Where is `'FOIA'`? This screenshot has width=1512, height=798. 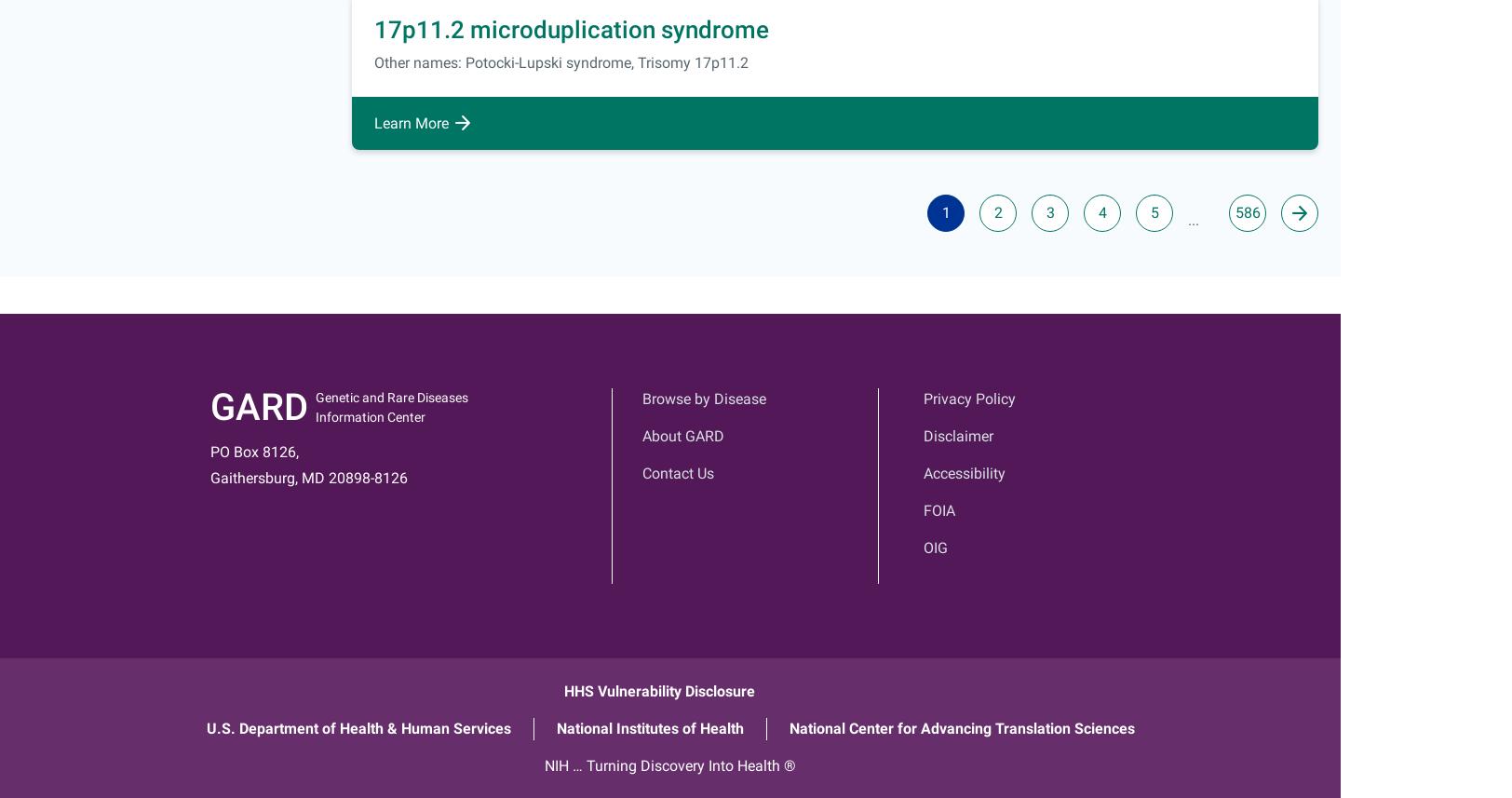 'FOIA' is located at coordinates (923, 509).